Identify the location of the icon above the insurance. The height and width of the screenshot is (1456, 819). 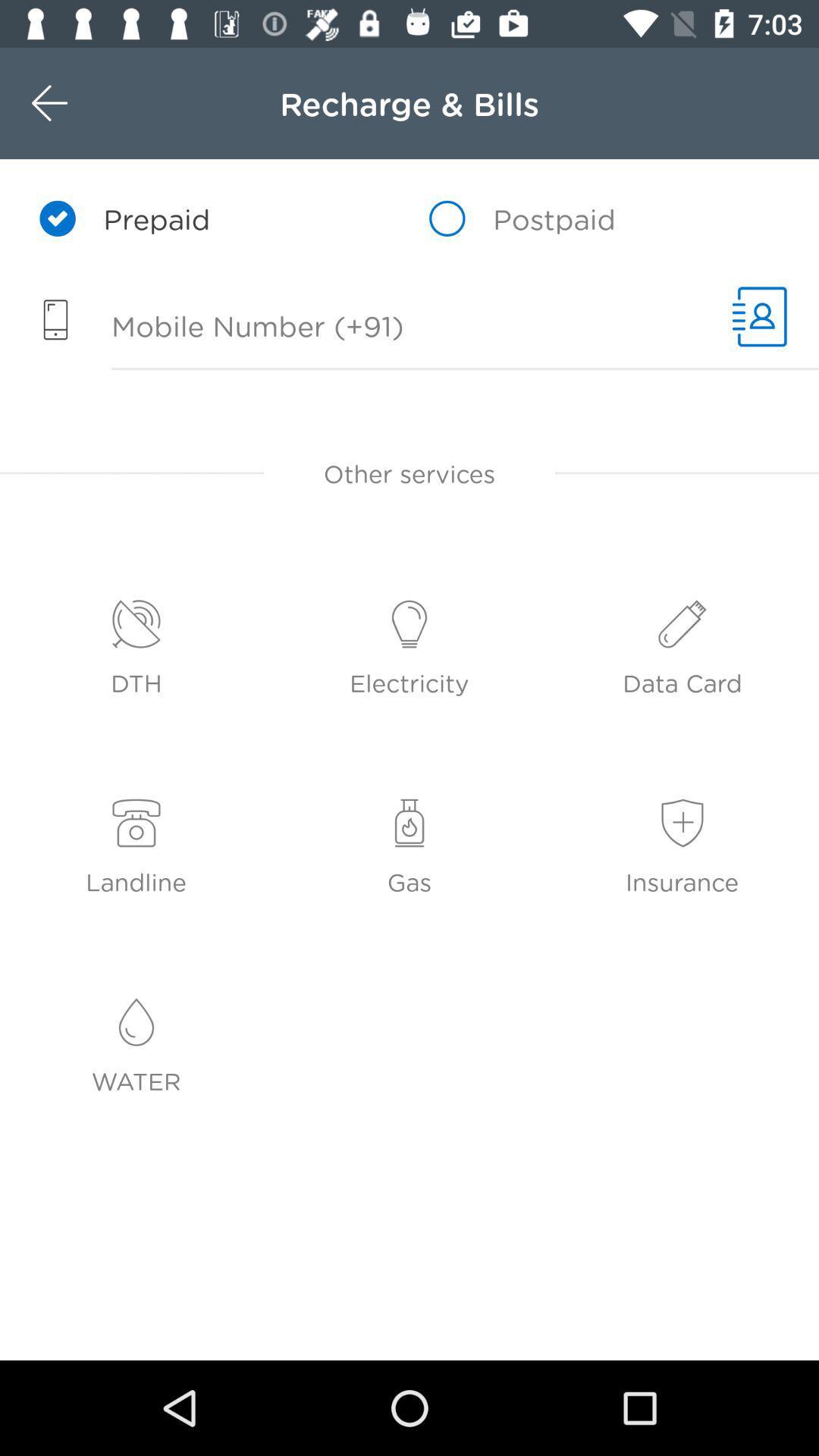
(682, 823).